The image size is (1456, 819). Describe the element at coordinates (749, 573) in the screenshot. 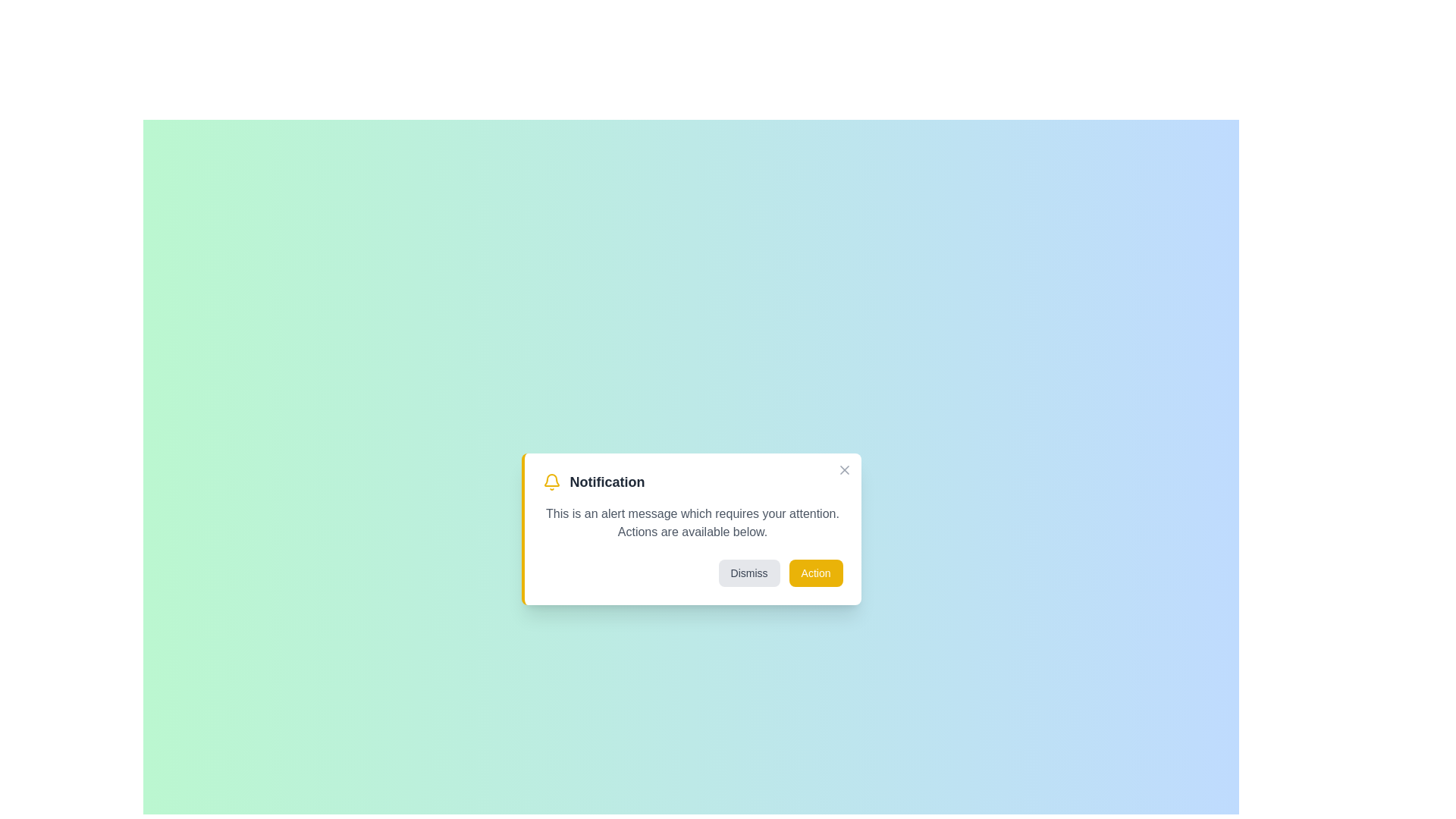

I see `the 'Dismiss' button to dismiss the alert` at that location.